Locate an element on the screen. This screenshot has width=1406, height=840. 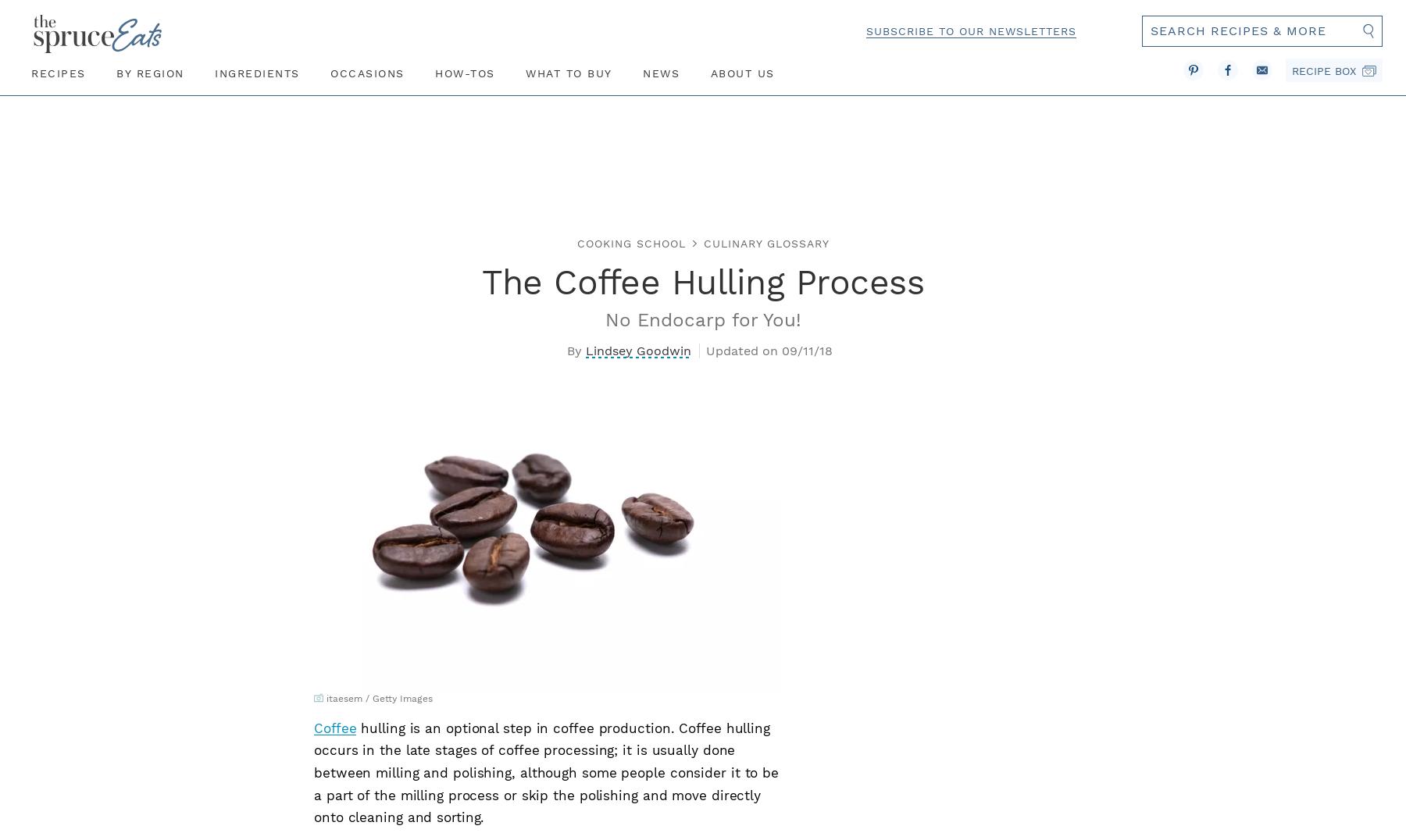
'News' is located at coordinates (661, 71).